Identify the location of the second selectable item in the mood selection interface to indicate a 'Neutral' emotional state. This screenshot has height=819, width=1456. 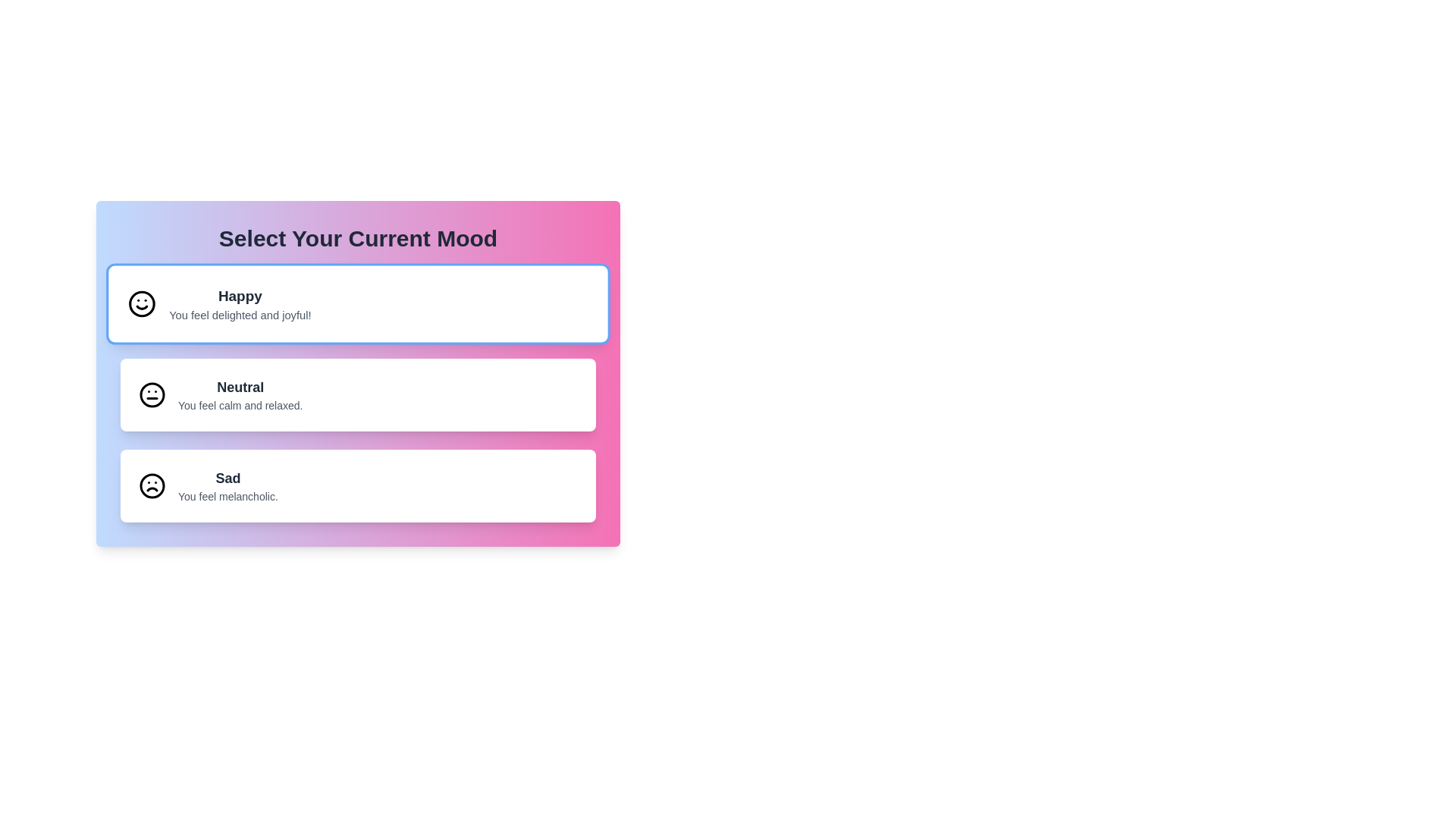
(357, 374).